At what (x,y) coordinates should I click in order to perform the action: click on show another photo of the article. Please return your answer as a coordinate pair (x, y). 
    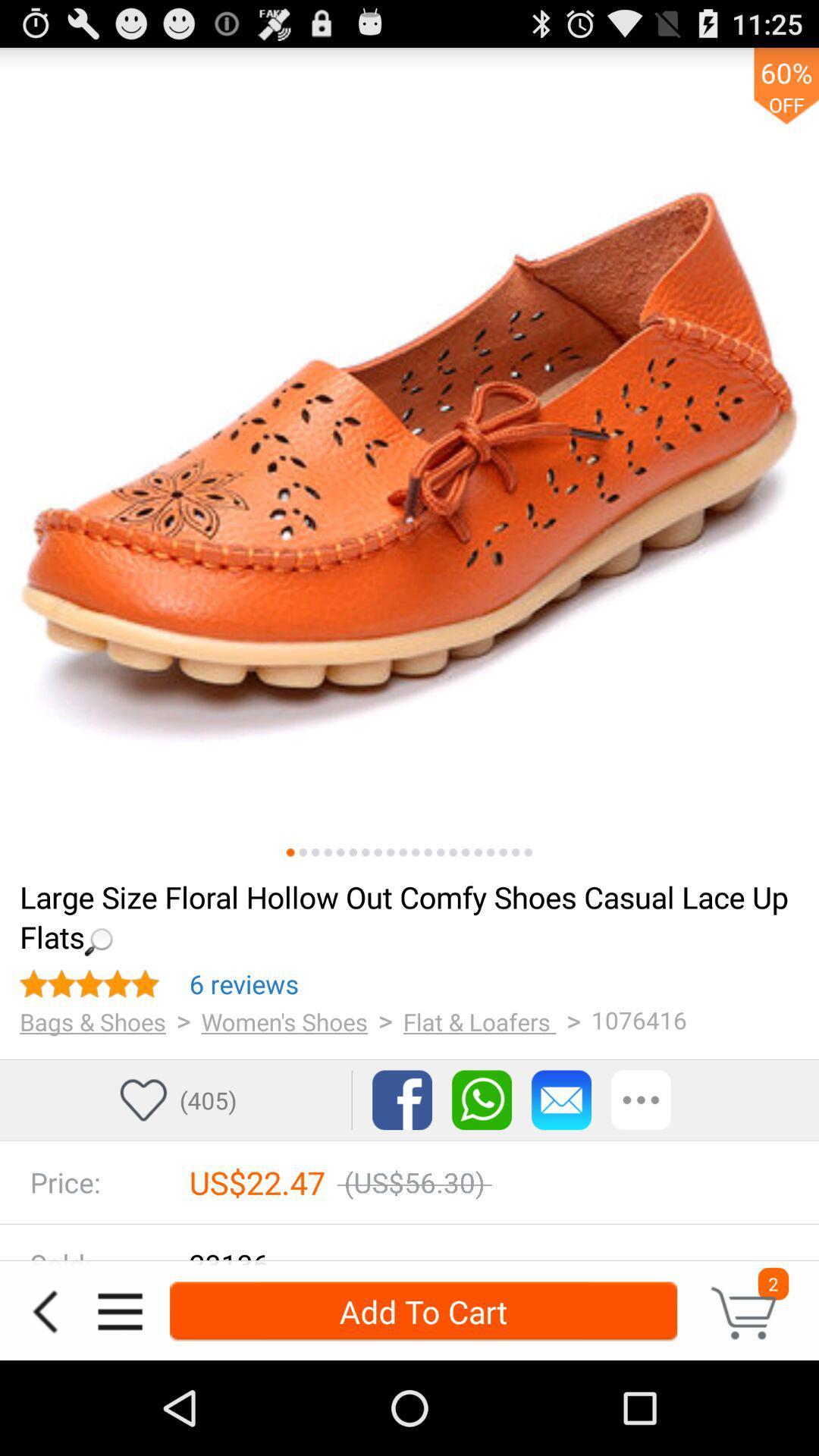
    Looking at the image, I should click on (503, 852).